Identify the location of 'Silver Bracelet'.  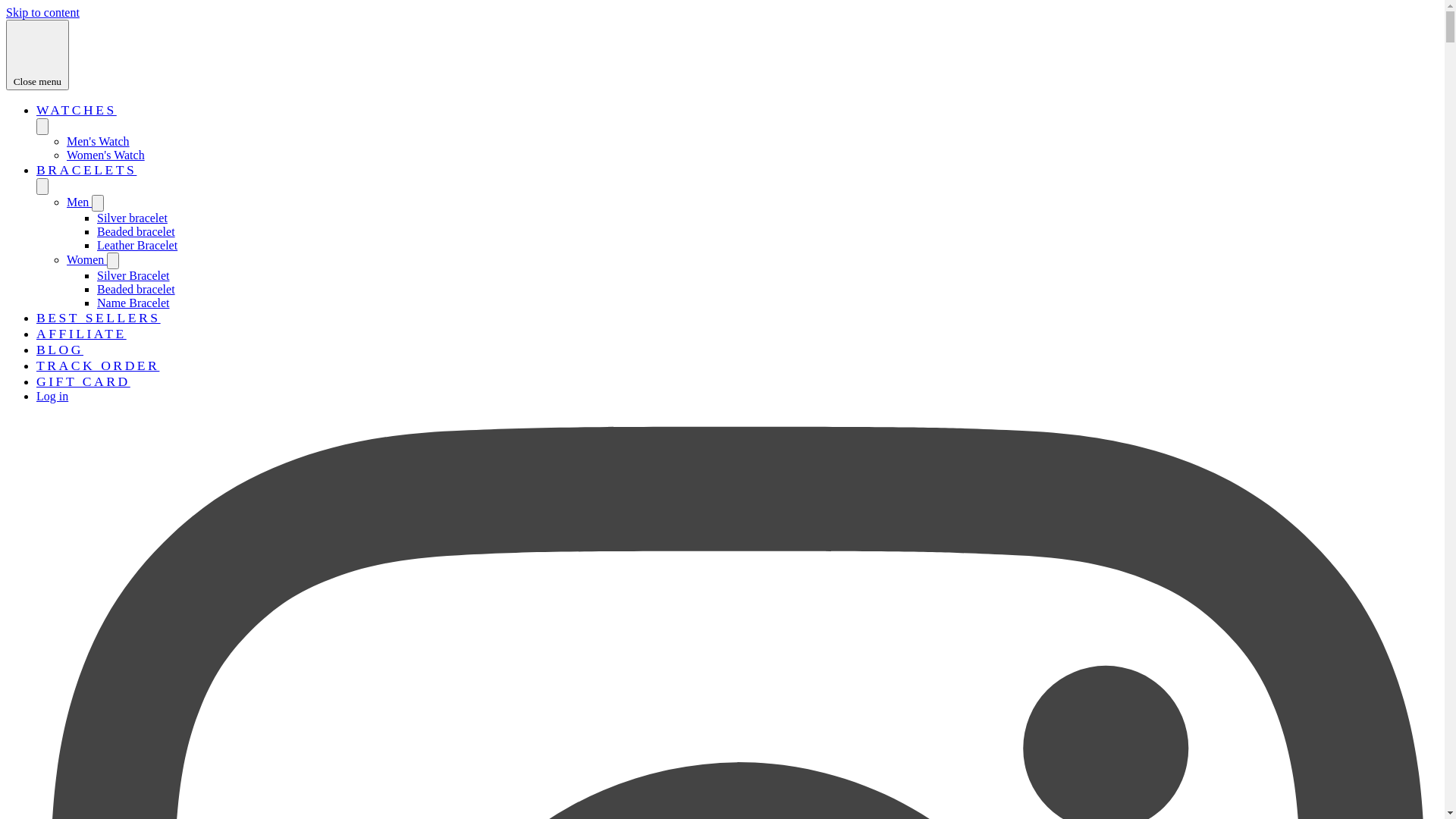
(133, 275).